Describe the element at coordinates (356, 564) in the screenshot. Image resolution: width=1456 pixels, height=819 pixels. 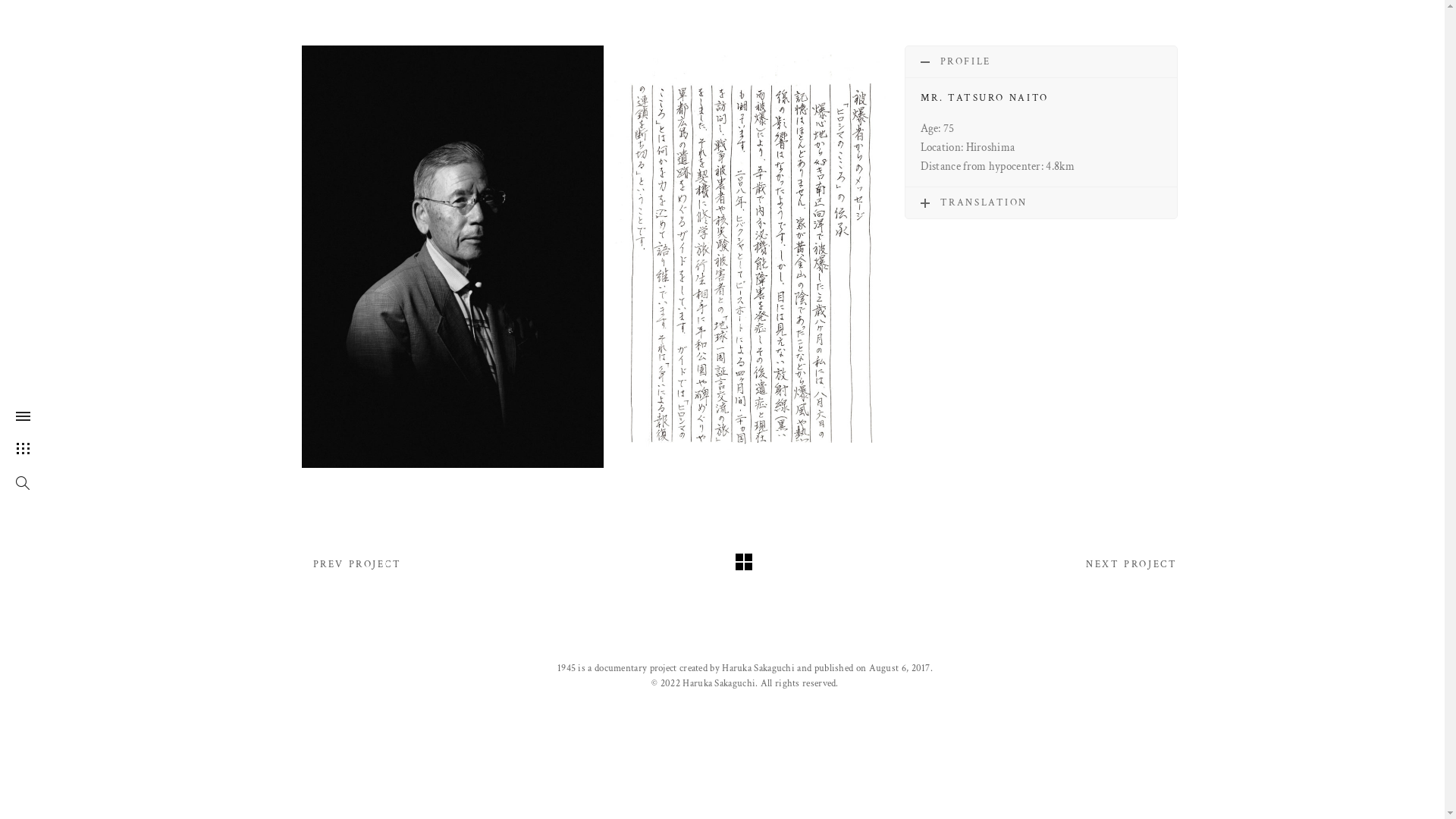
I see `'PREV PROJECT'` at that location.